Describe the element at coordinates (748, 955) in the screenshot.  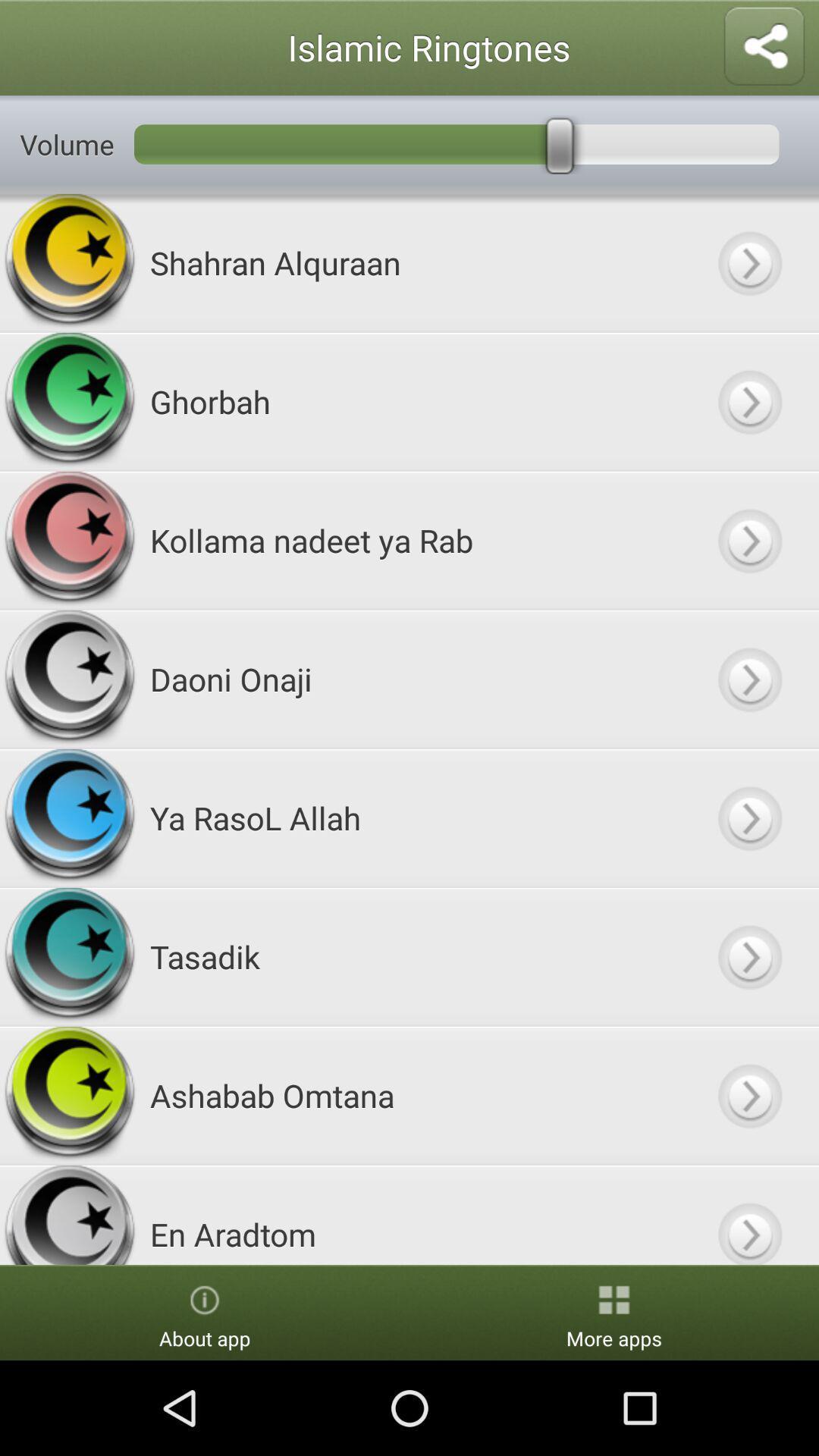
I see `button` at that location.